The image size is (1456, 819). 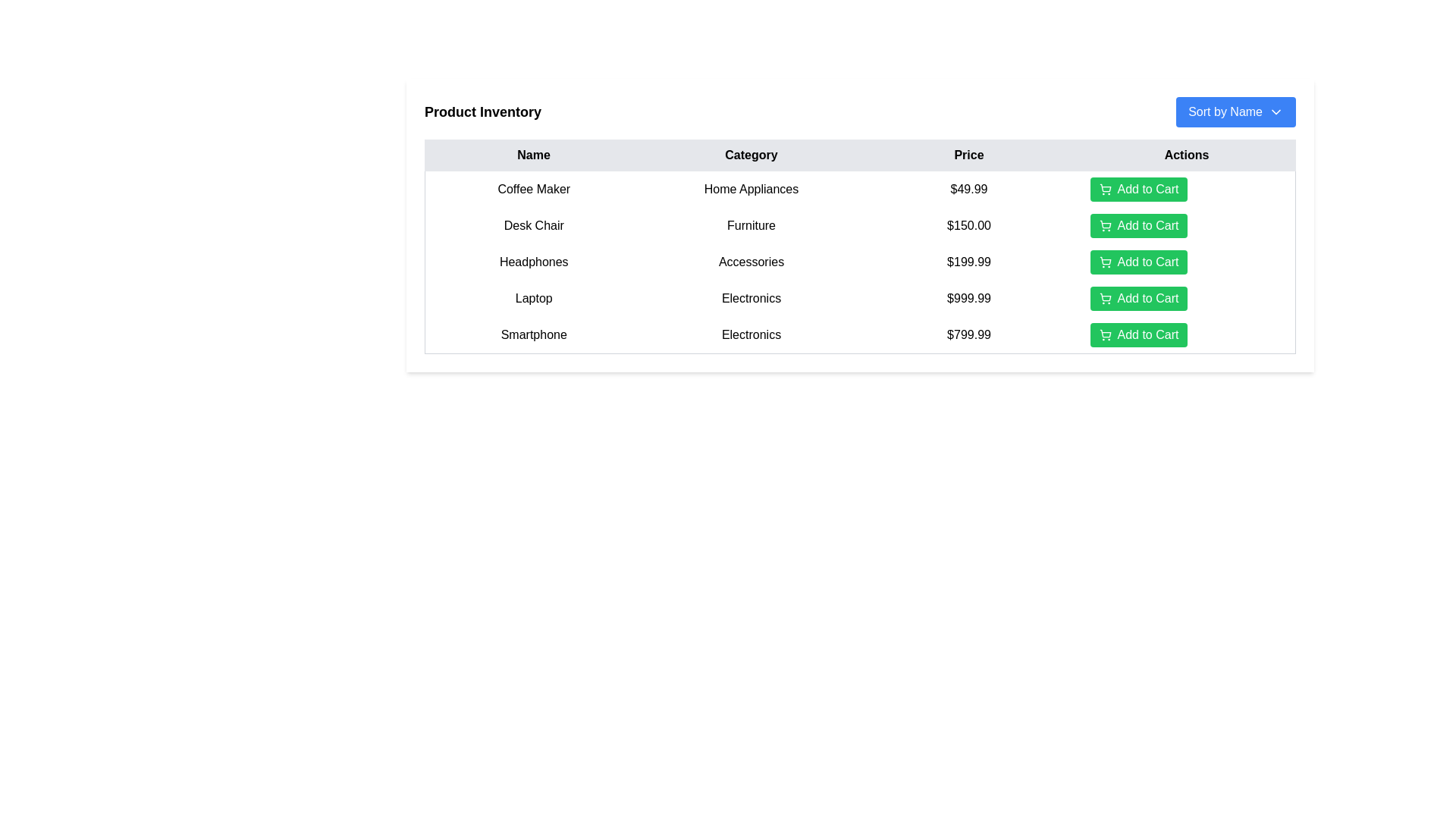 I want to click on the shopping cart icon located in the third row of the product inventory table corresponding to the item 'Headphones', so click(x=1105, y=259).